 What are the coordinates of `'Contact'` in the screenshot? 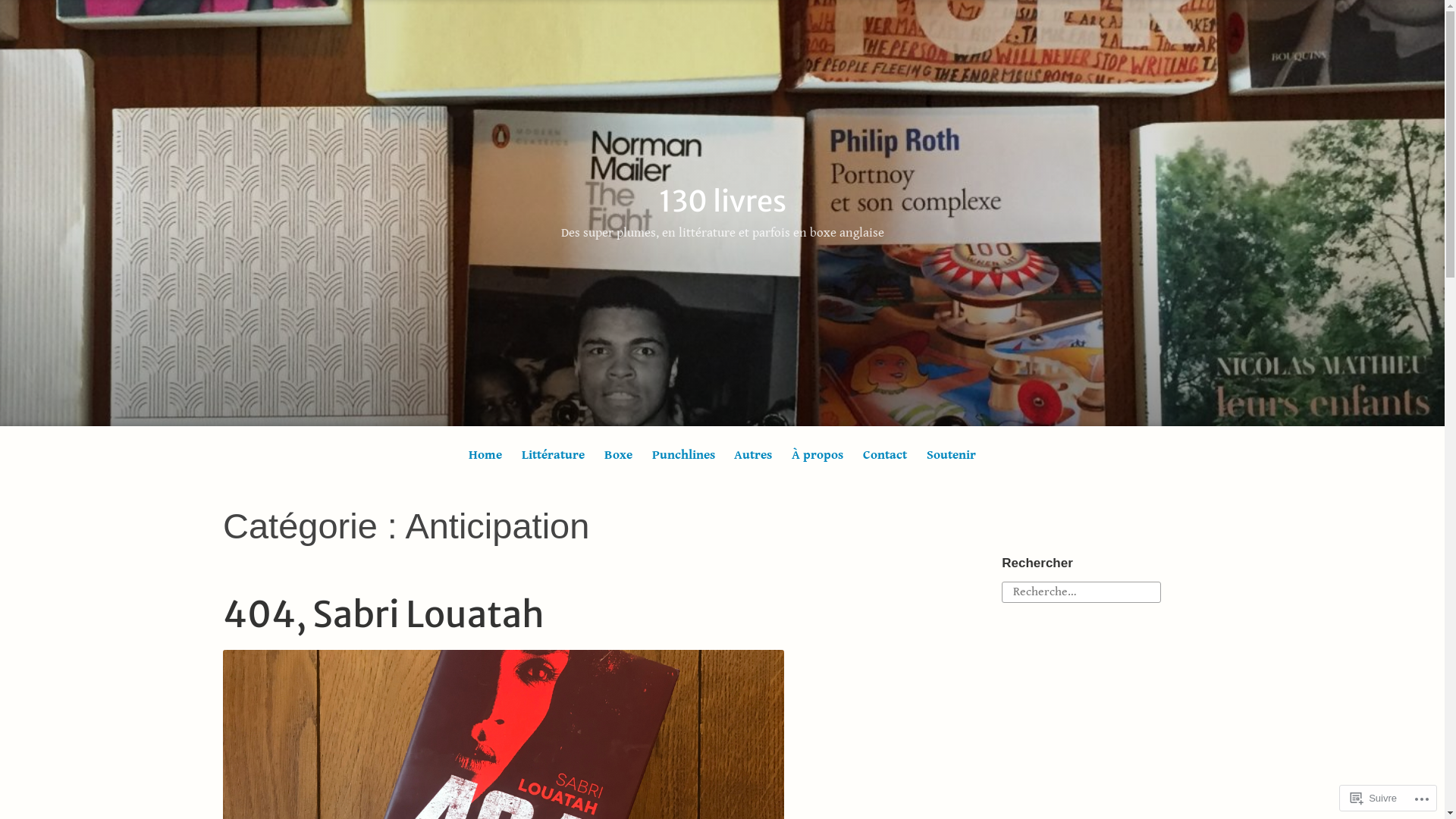 It's located at (885, 454).